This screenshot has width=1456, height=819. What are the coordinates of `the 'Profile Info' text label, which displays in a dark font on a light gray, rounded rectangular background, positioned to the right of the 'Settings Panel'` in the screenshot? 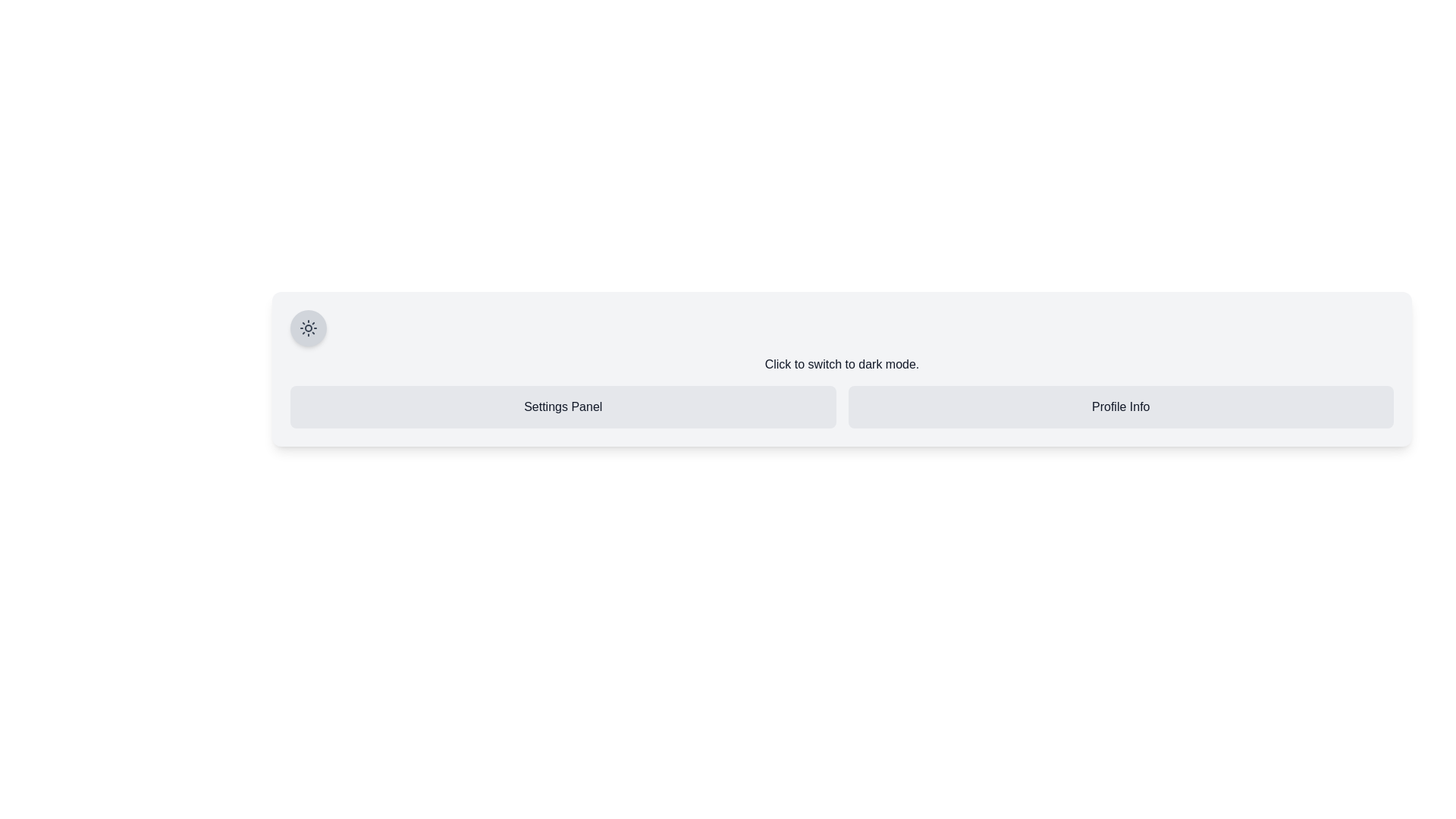 It's located at (1121, 406).